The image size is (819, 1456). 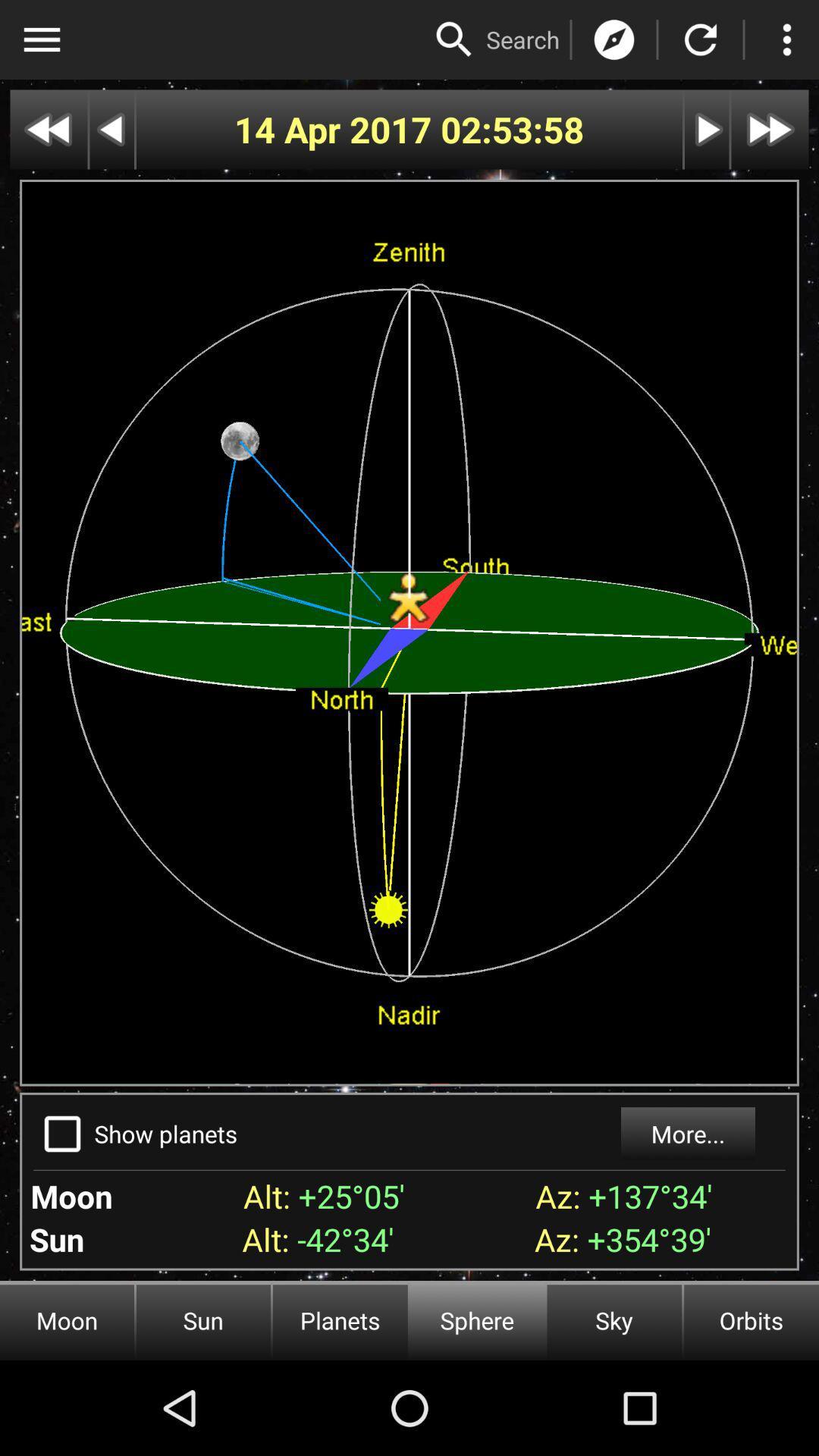 I want to click on forward, so click(x=707, y=130).